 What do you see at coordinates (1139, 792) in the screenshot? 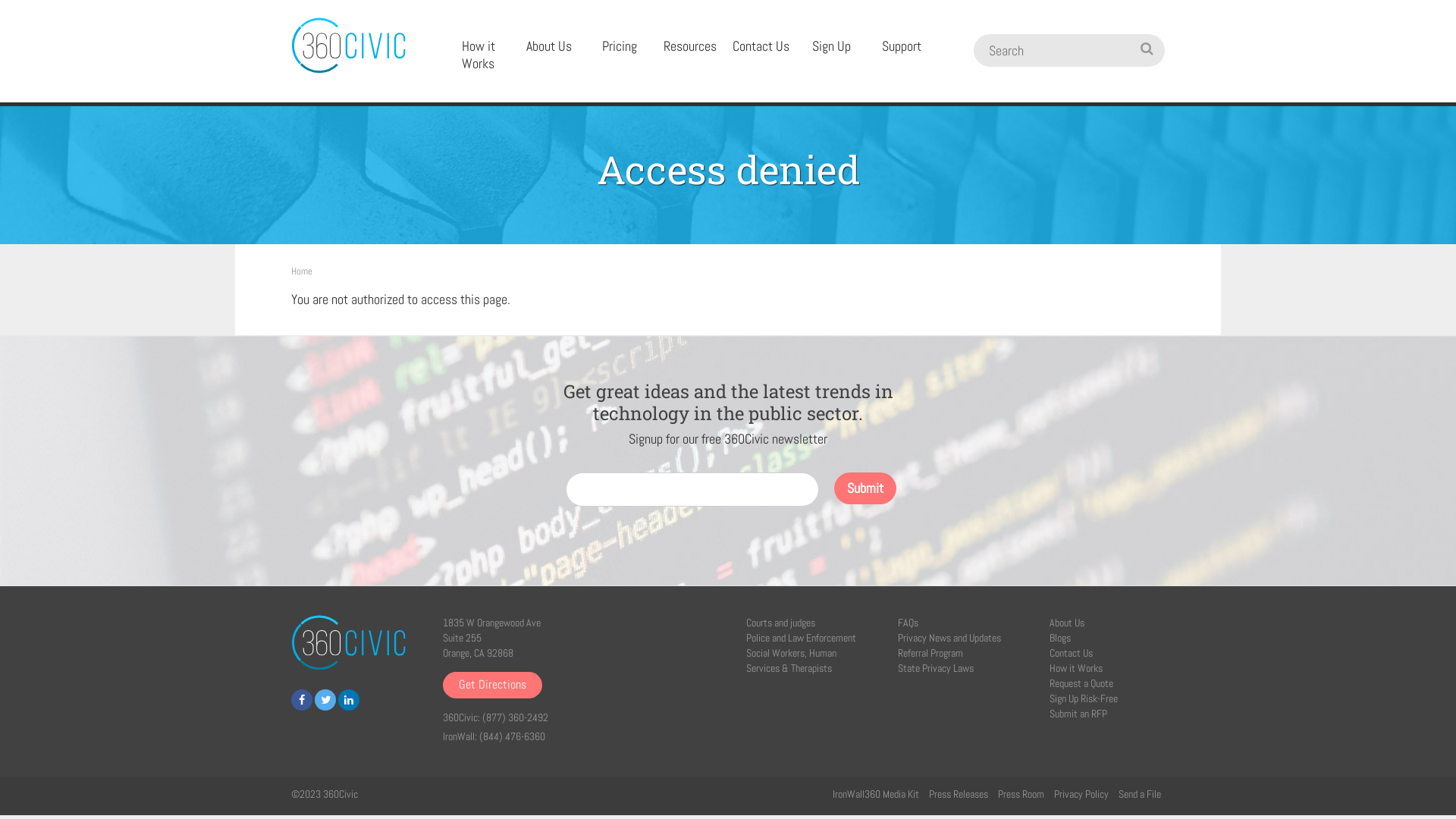
I see `'Send a File'` at bounding box center [1139, 792].